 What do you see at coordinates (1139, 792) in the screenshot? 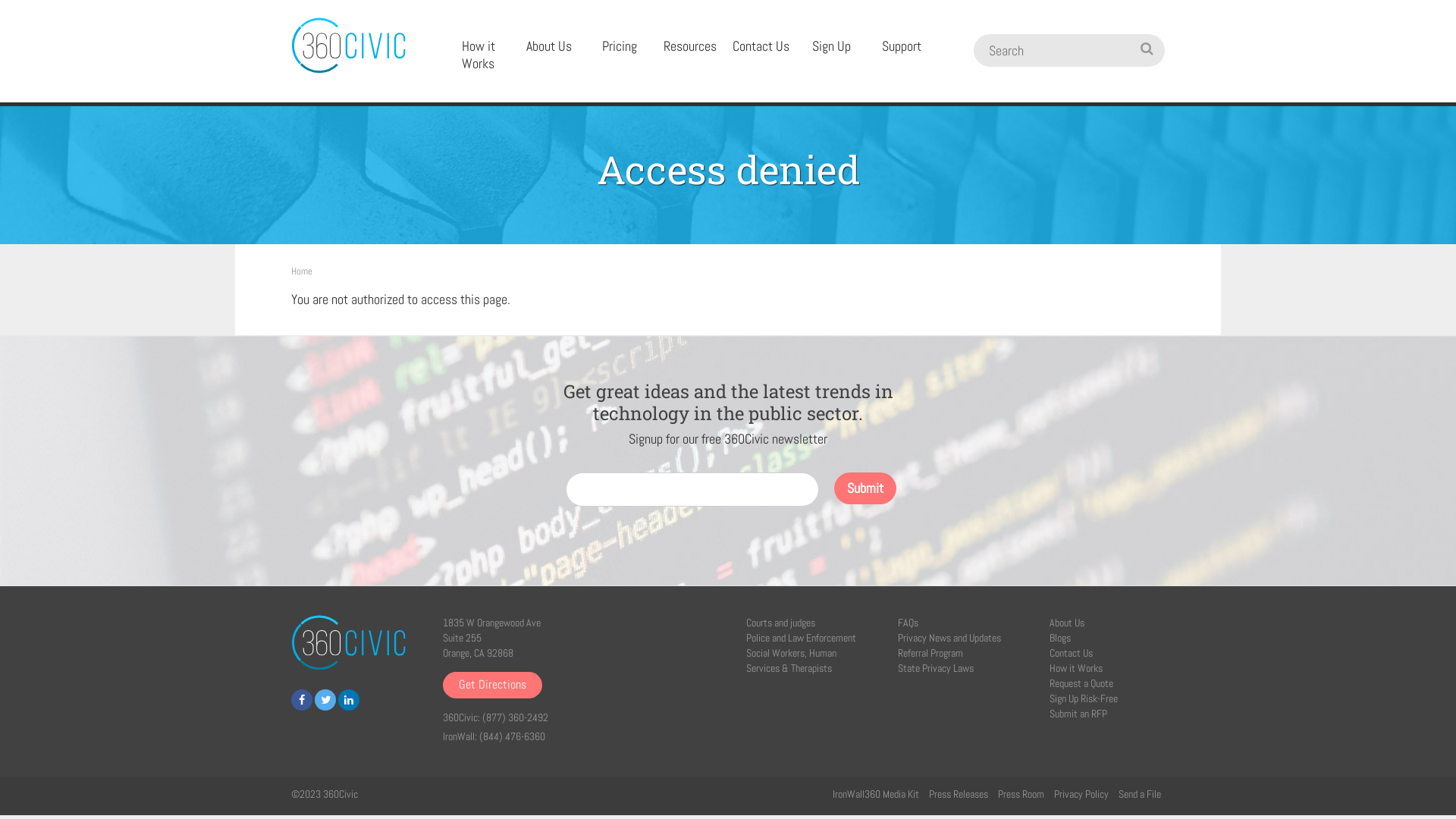
I see `'Send a File'` at bounding box center [1139, 792].